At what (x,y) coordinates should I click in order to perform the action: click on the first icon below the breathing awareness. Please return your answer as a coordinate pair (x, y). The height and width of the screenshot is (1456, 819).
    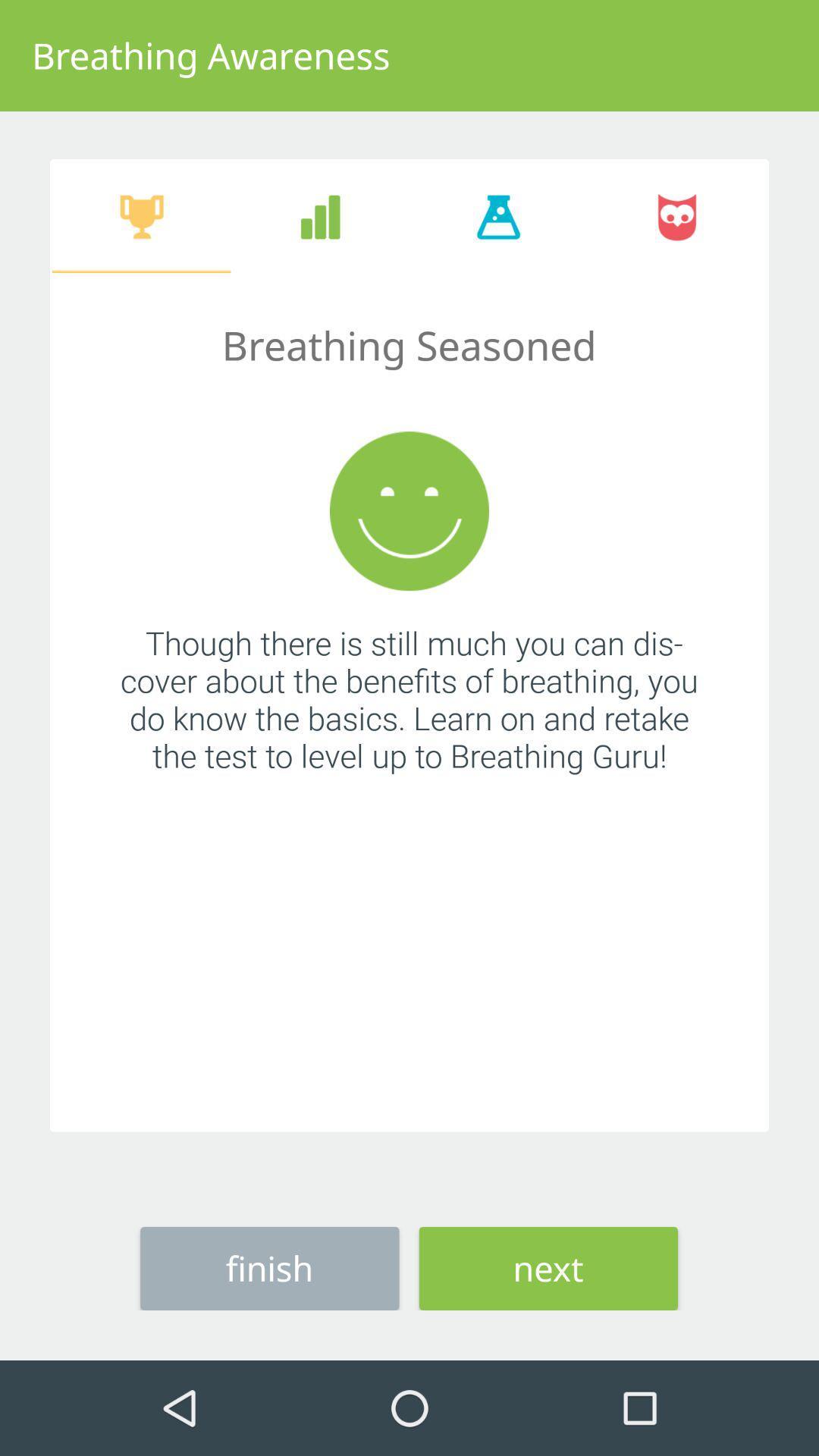
    Looking at the image, I should click on (141, 216).